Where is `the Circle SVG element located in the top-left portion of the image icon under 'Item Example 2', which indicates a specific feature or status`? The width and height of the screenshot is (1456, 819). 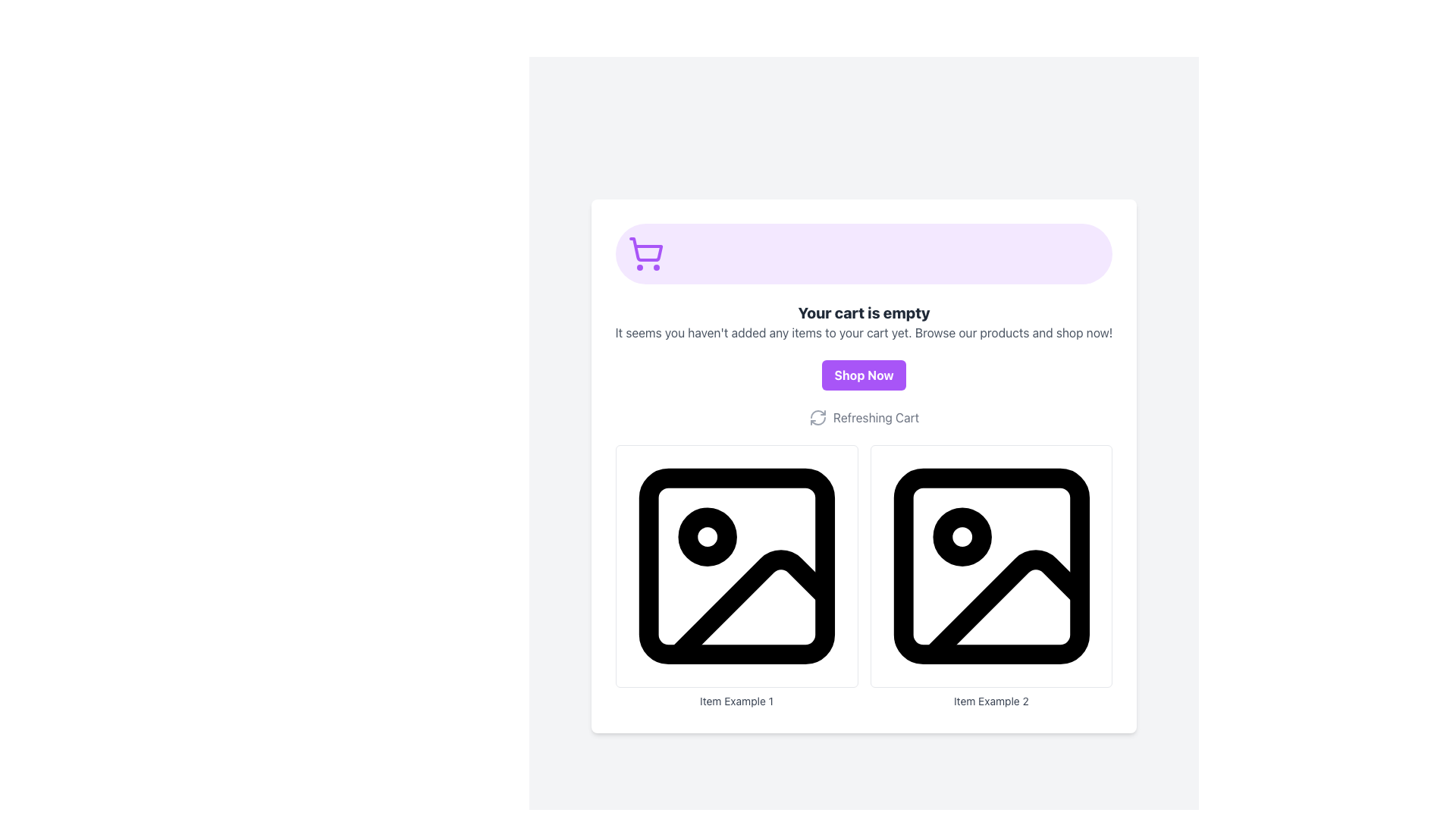
the Circle SVG element located in the top-left portion of the image icon under 'Item Example 2', which indicates a specific feature or status is located at coordinates (961, 536).